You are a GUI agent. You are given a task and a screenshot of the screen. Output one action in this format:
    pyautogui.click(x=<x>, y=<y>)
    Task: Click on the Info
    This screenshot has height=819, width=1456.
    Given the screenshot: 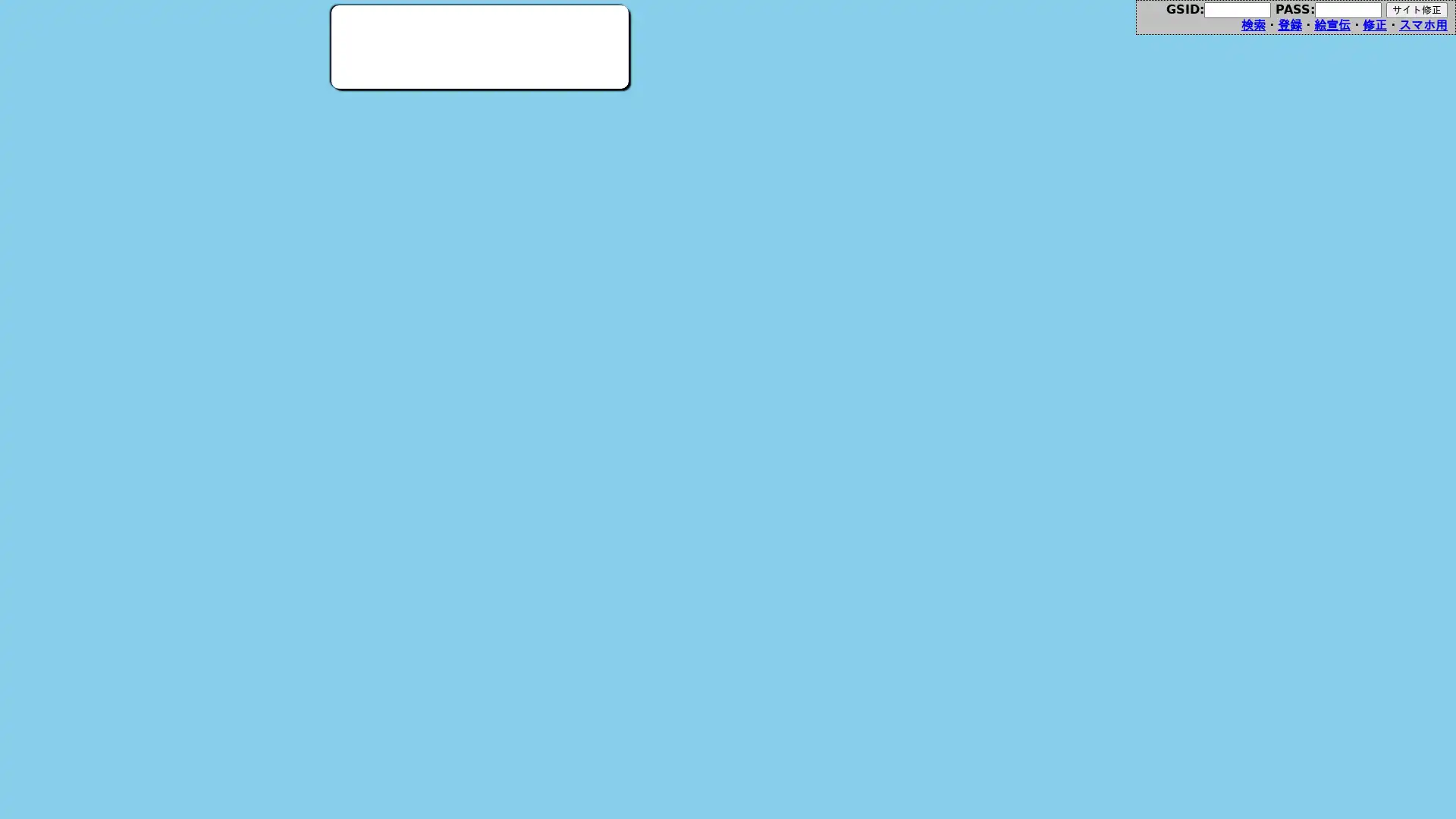 What is the action you would take?
    pyautogui.click(x=535, y=177)
    